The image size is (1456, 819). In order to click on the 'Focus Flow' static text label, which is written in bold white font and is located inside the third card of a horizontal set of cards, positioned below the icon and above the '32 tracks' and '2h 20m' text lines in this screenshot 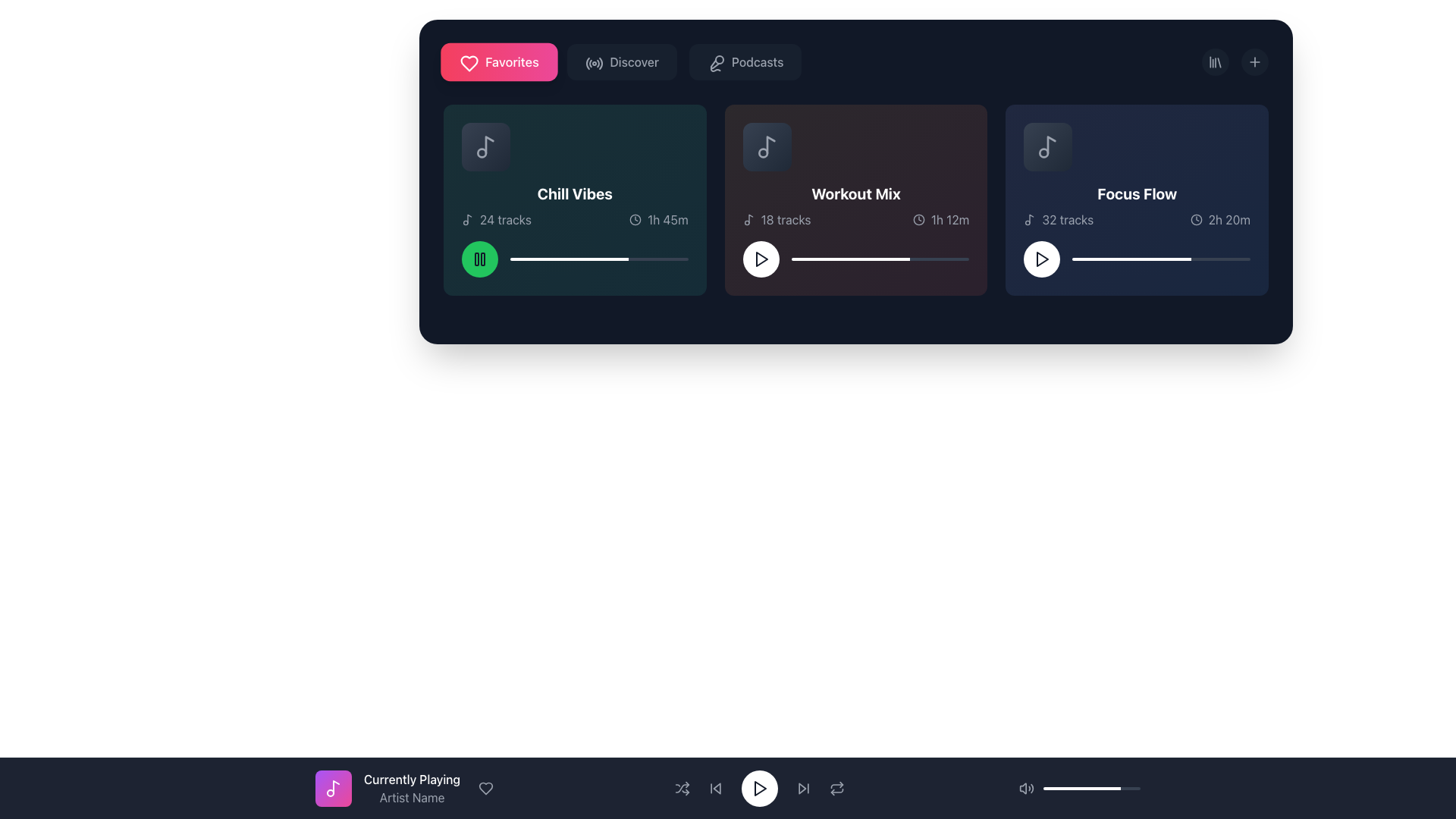, I will do `click(1137, 193)`.